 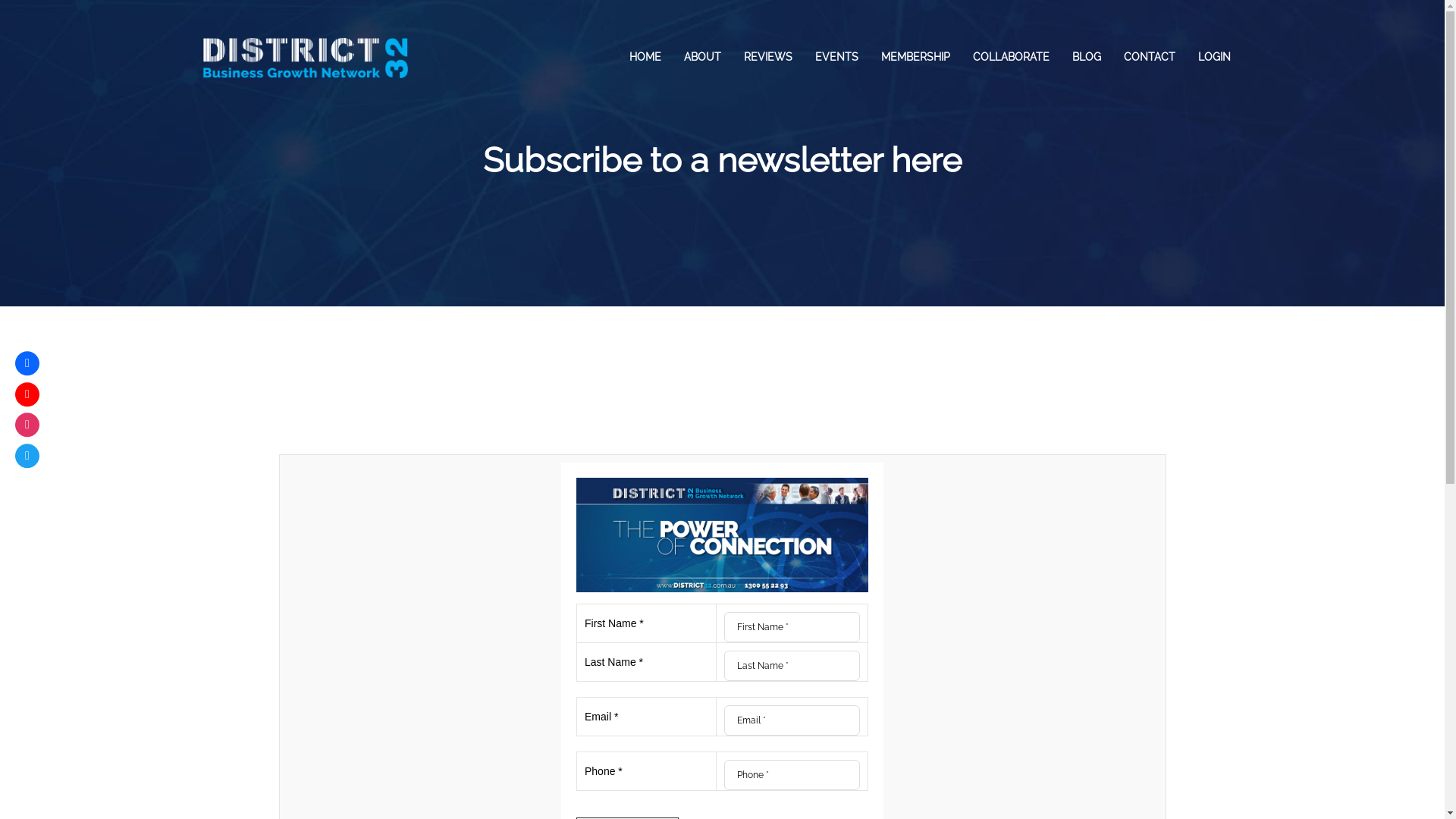 What do you see at coordinates (14, 455) in the screenshot?
I see `'Twitter'` at bounding box center [14, 455].